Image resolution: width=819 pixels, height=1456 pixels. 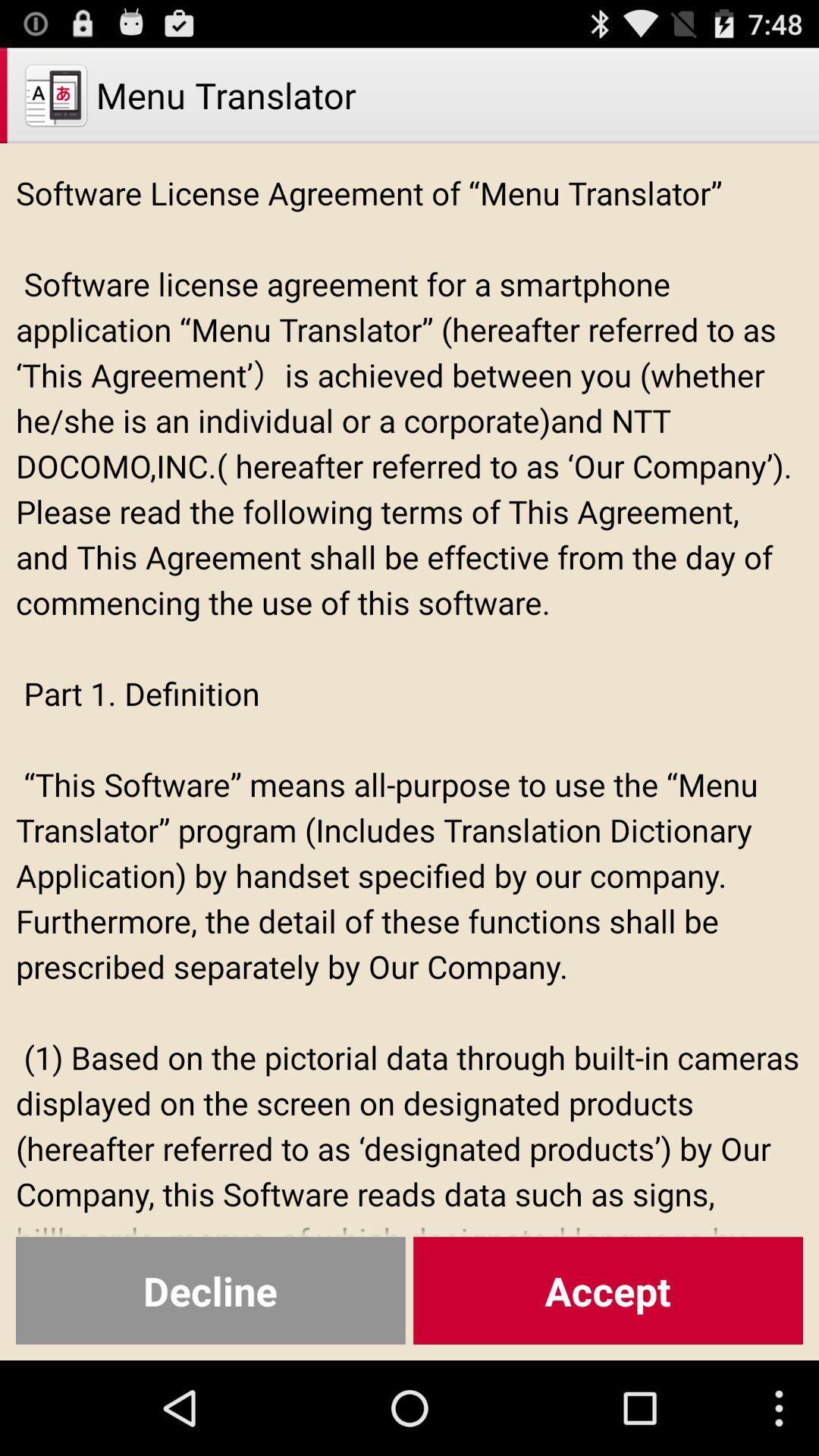 What do you see at coordinates (210, 1290) in the screenshot?
I see `decline item` at bounding box center [210, 1290].